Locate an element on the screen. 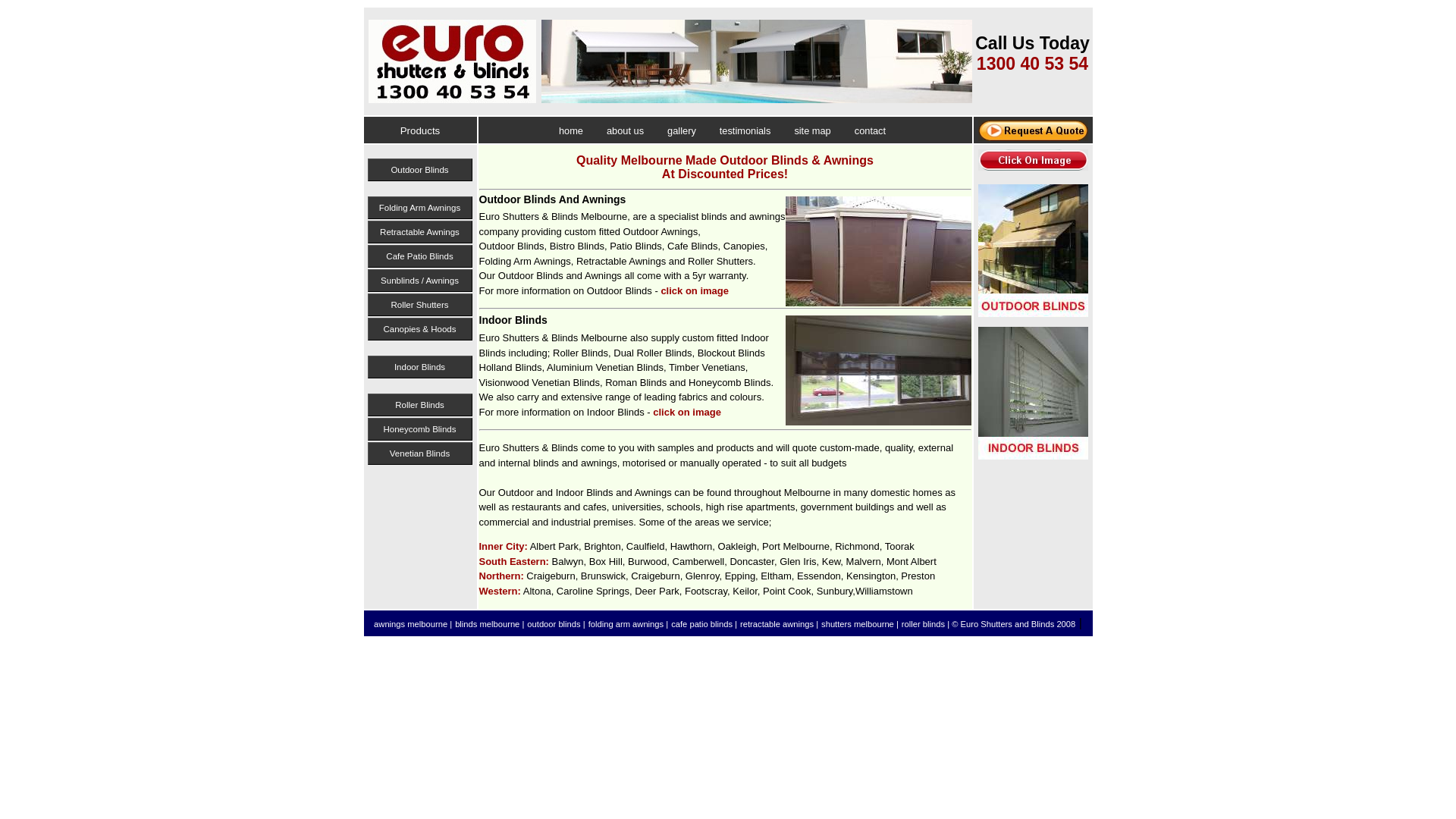 The width and height of the screenshot is (1456, 819). 'Indoor Blinds' is located at coordinates (419, 366).